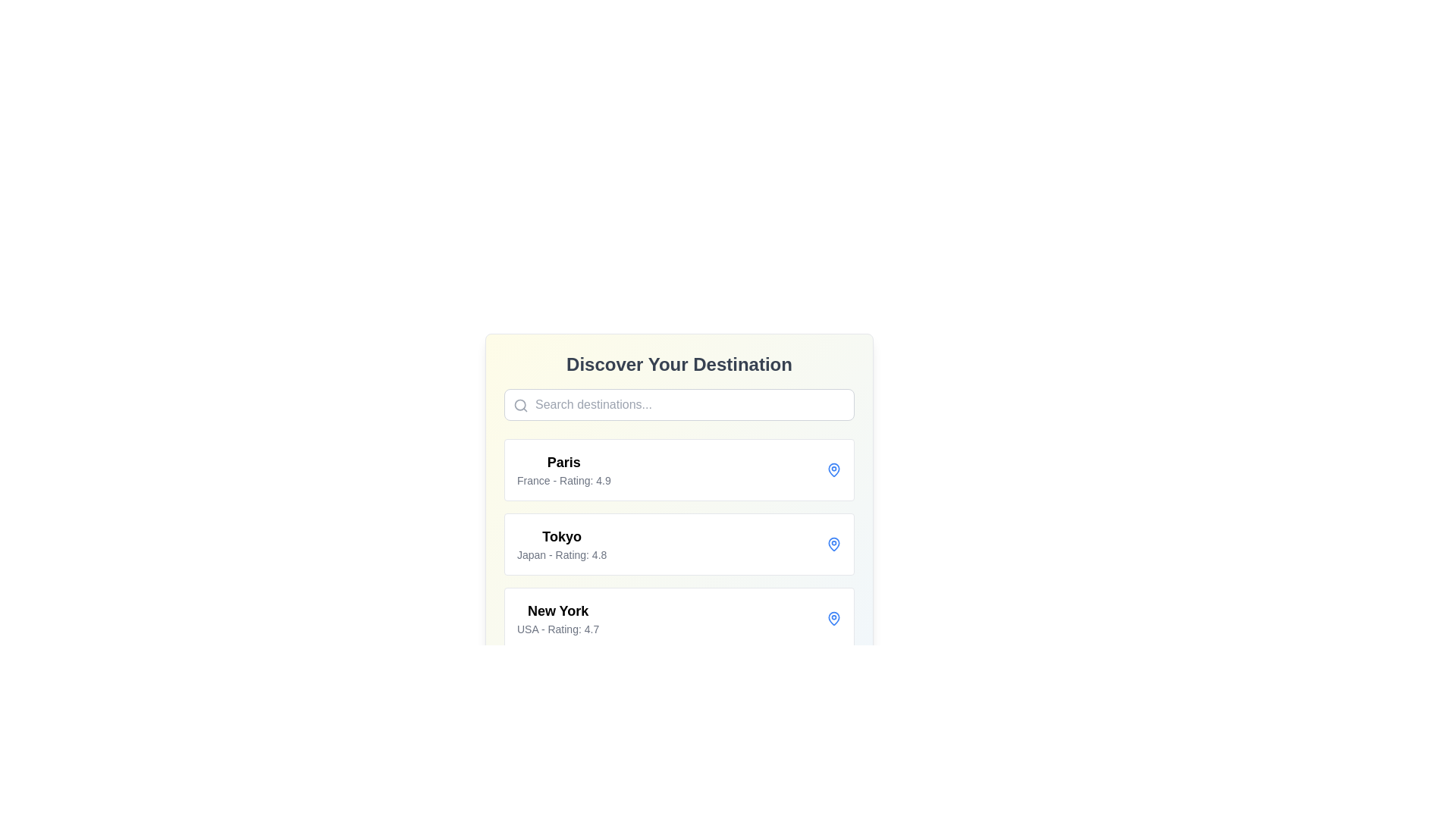 This screenshot has width=1456, height=819. What do you see at coordinates (679, 619) in the screenshot?
I see `the third entry in the list of destinations, which displays a place name and its corresponding information` at bounding box center [679, 619].